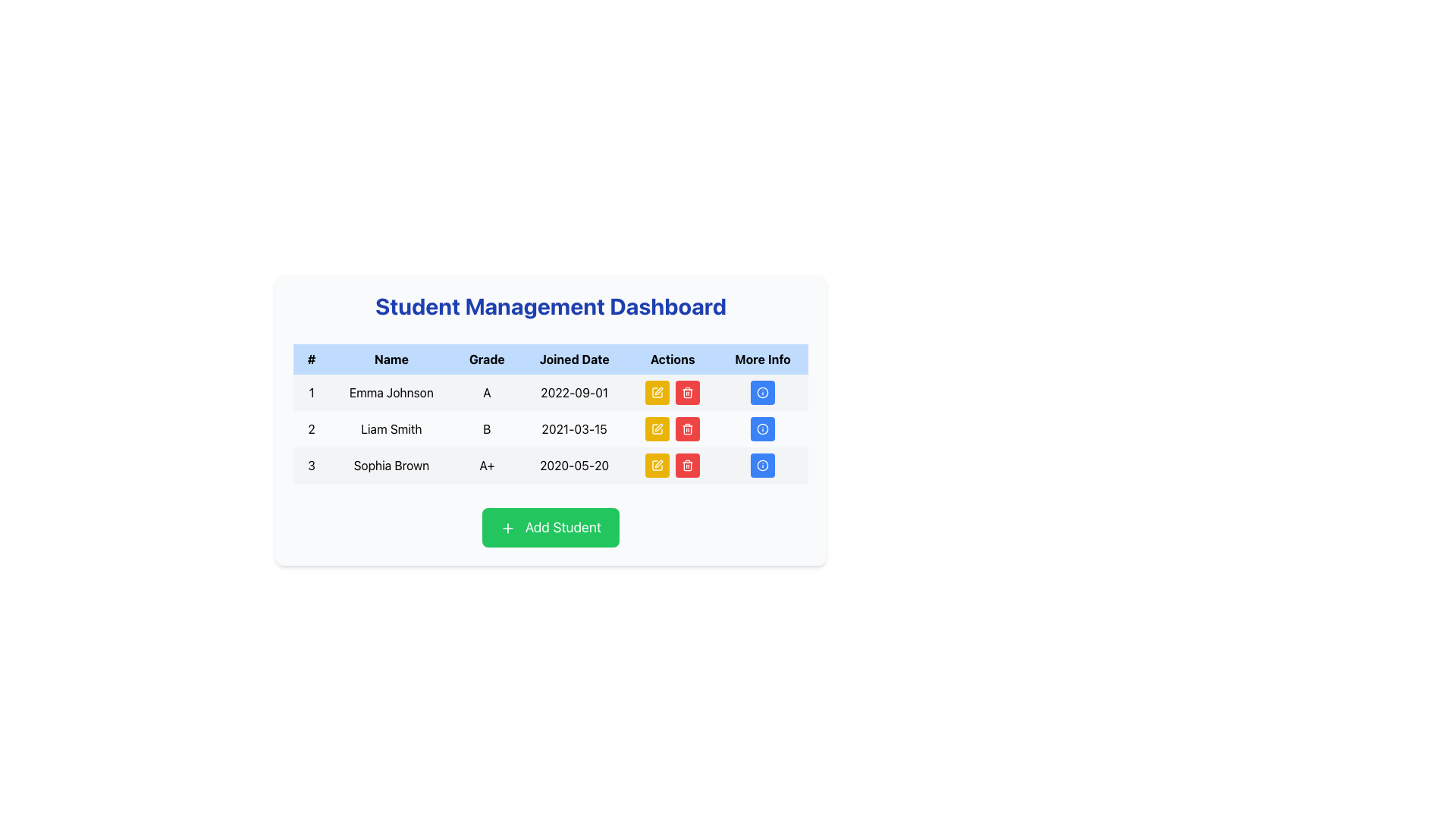  What do you see at coordinates (687, 466) in the screenshot?
I see `the trash icon located in the Action column of the bottom-most row corresponding to Sophia Brown's entry` at bounding box center [687, 466].